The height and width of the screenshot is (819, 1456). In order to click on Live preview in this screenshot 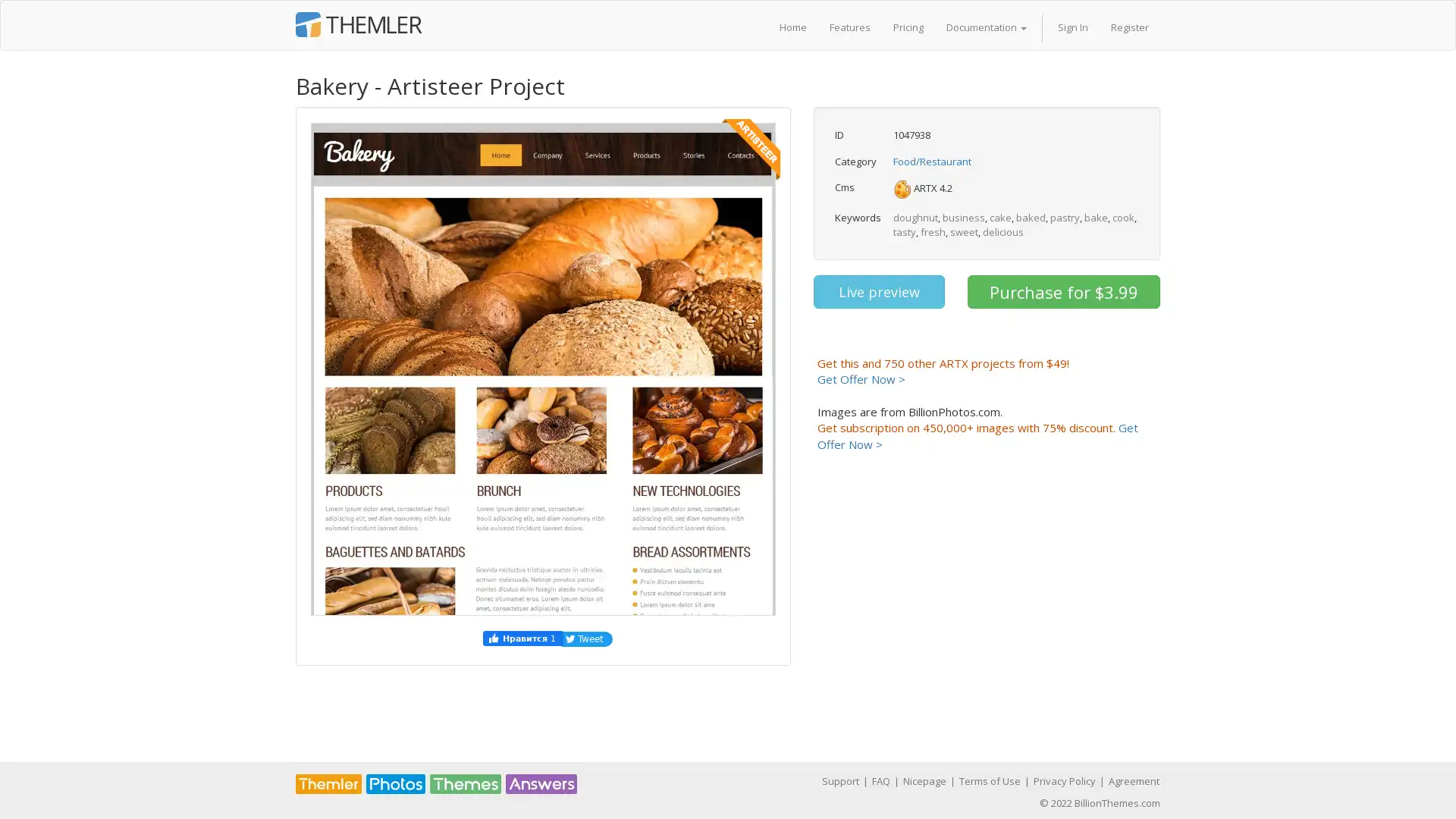, I will do `click(878, 292)`.